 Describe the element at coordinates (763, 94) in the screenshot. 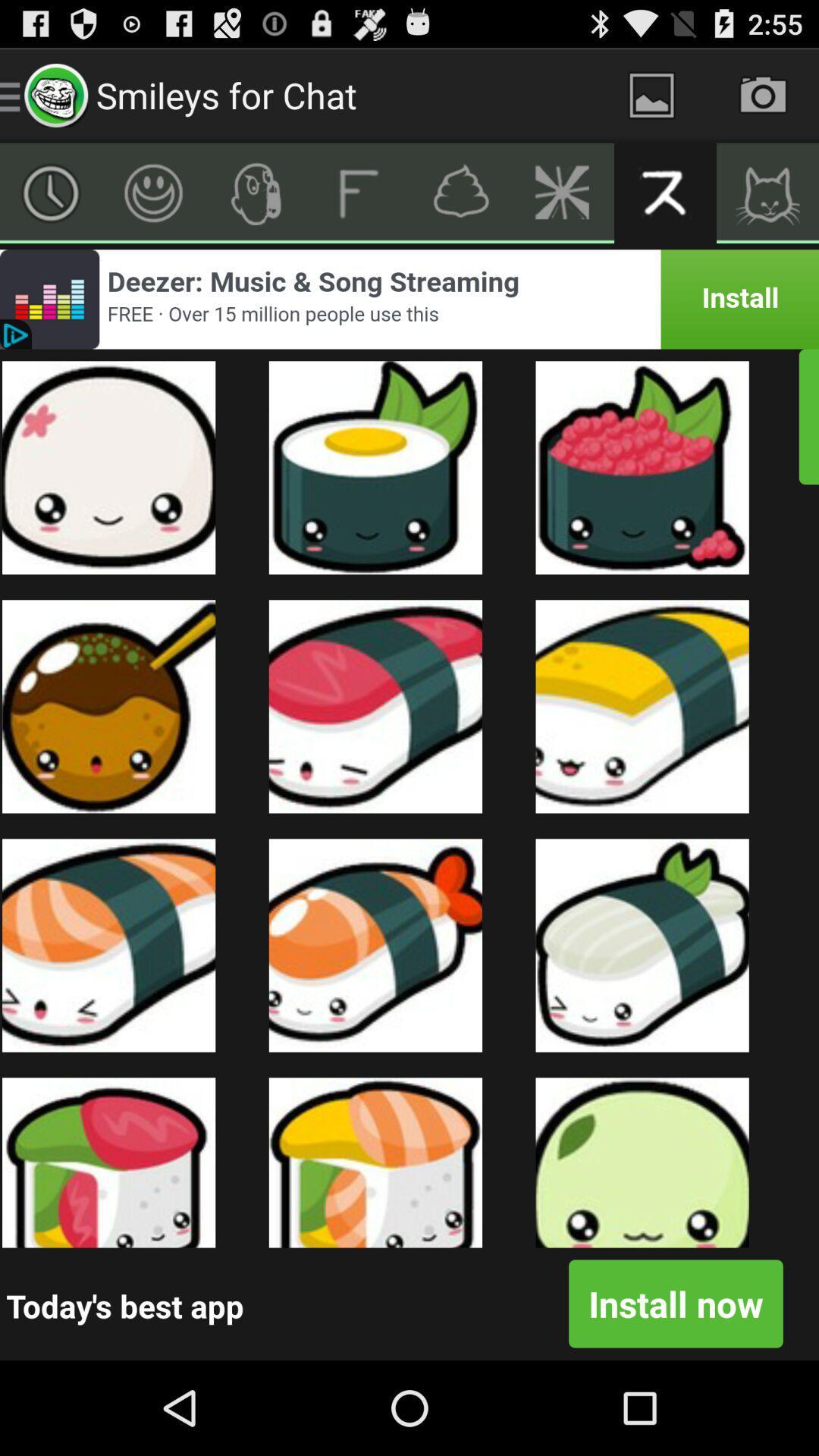

I see `camera` at that location.